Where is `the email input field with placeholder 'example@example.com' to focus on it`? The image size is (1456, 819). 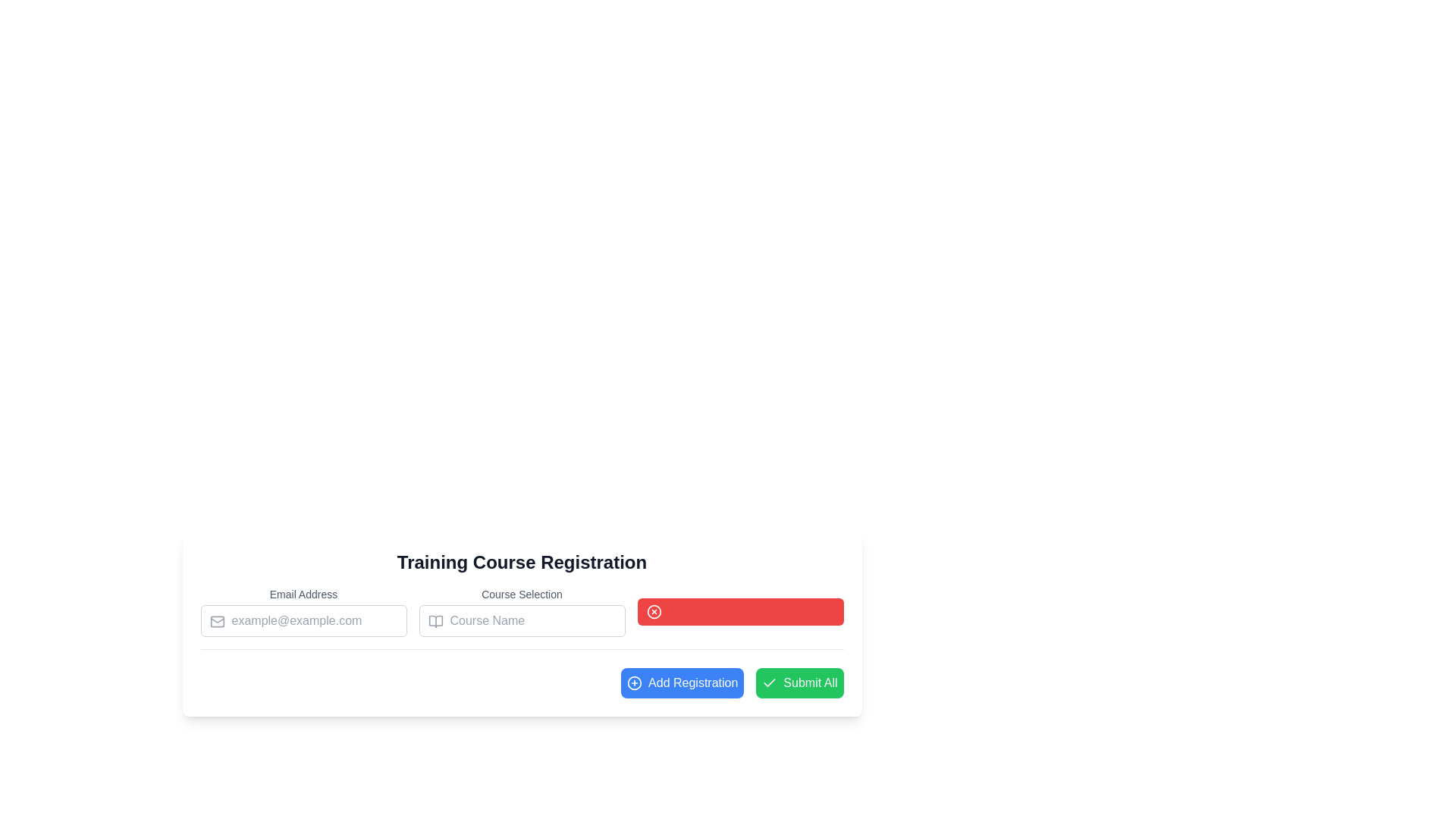
the email input field with placeholder 'example@example.com' to focus on it is located at coordinates (303, 620).